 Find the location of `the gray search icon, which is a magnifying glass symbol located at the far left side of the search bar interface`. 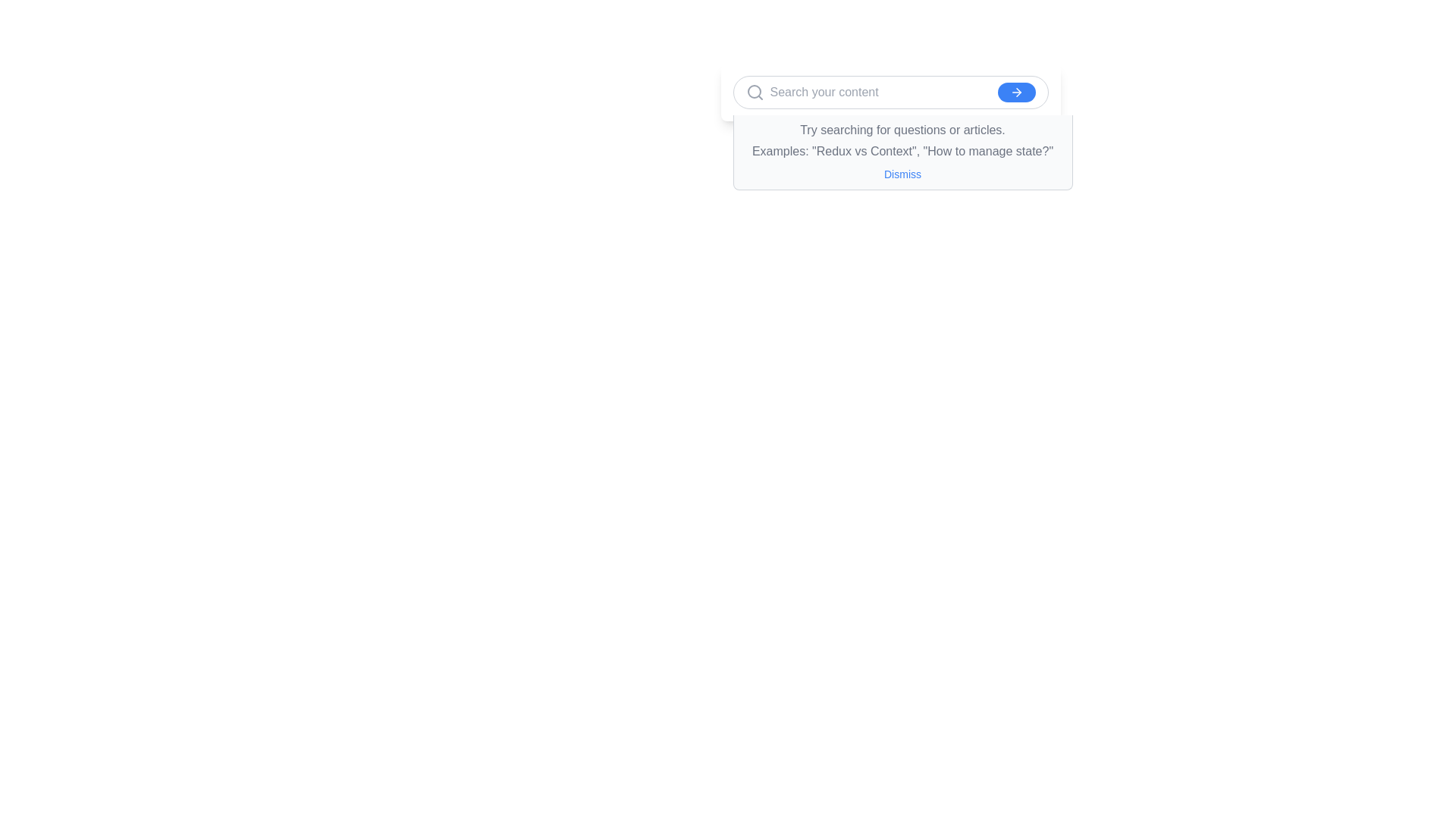

the gray search icon, which is a magnifying glass symbol located at the far left side of the search bar interface is located at coordinates (755, 93).